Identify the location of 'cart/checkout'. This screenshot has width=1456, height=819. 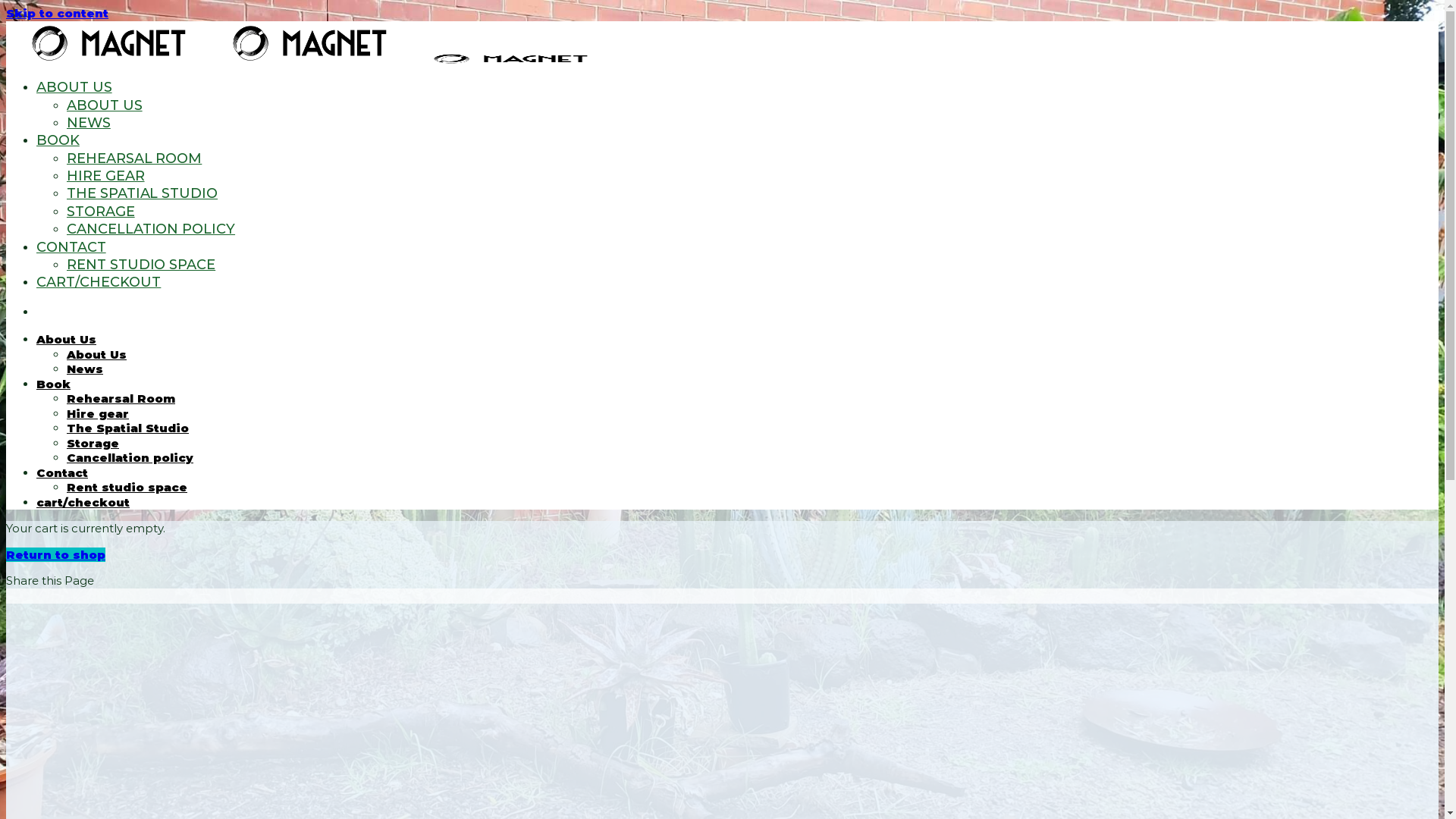
(82, 502).